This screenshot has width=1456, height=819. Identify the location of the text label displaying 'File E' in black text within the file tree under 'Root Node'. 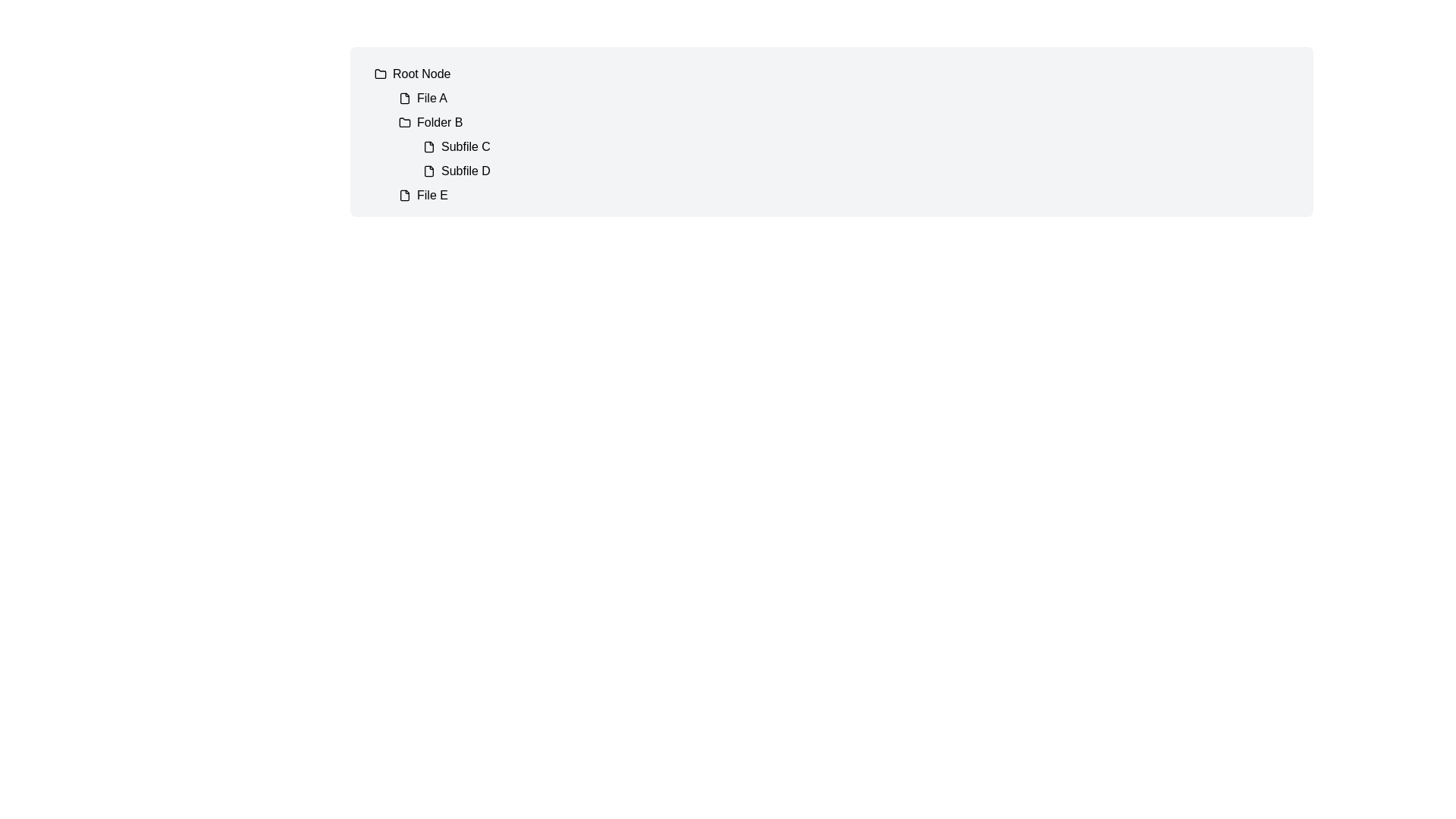
(431, 195).